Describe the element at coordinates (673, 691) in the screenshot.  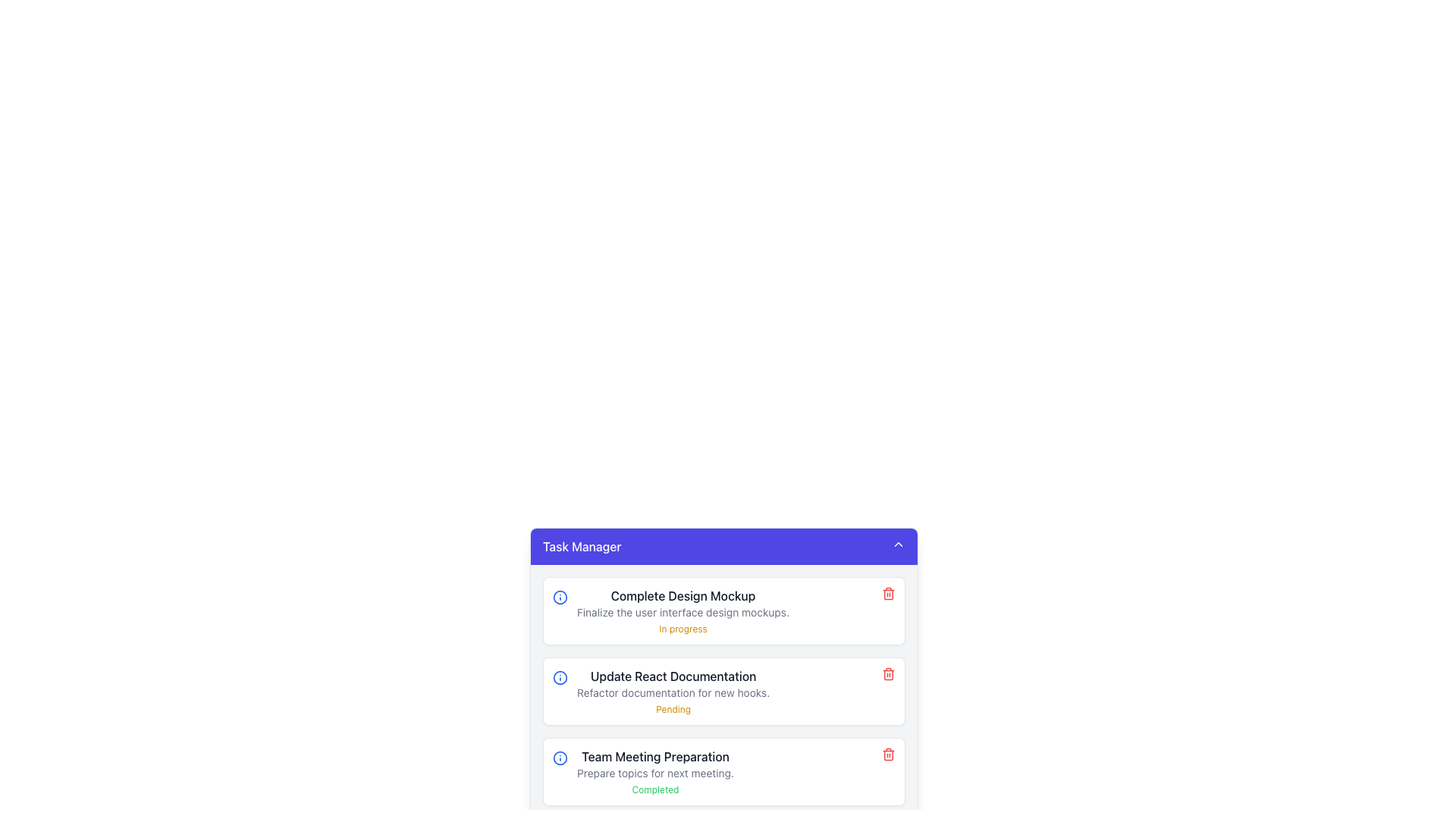
I see `the second task item entry in the vertical task list` at that location.